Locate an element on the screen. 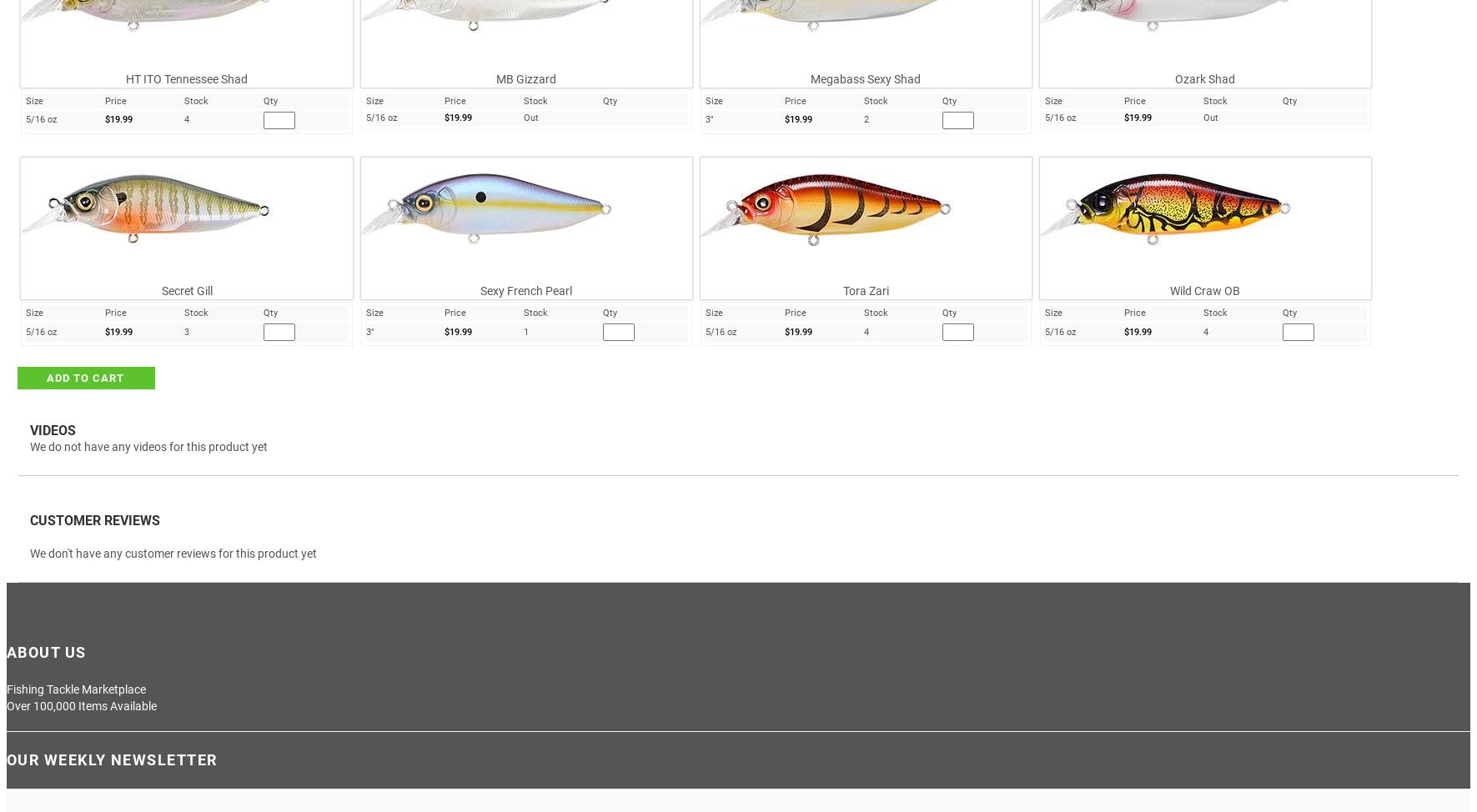 The width and height of the screenshot is (1477, 812). 'VIDEOS' is located at coordinates (52, 430).